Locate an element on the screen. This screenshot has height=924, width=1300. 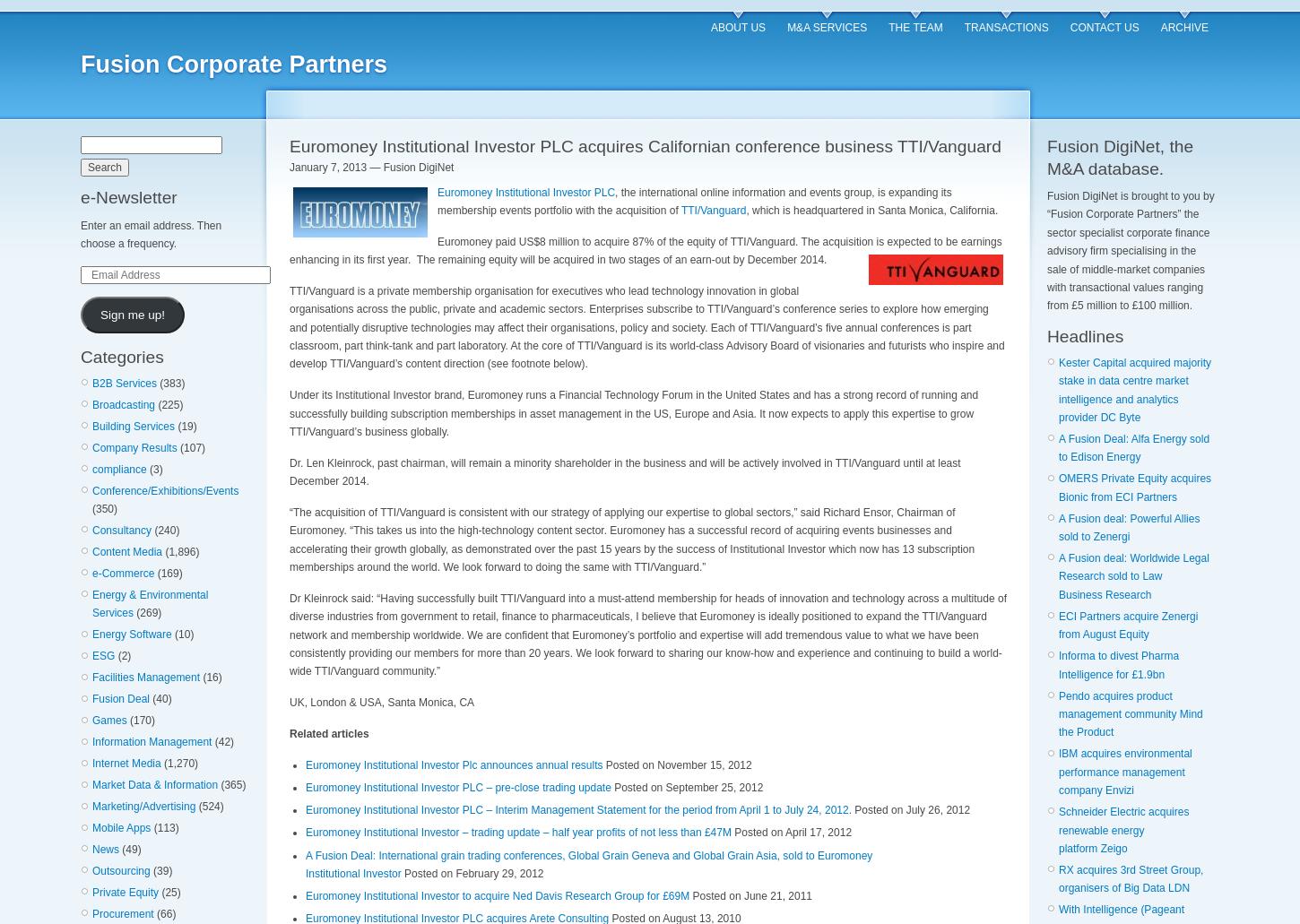
'(49)' is located at coordinates (129, 849).